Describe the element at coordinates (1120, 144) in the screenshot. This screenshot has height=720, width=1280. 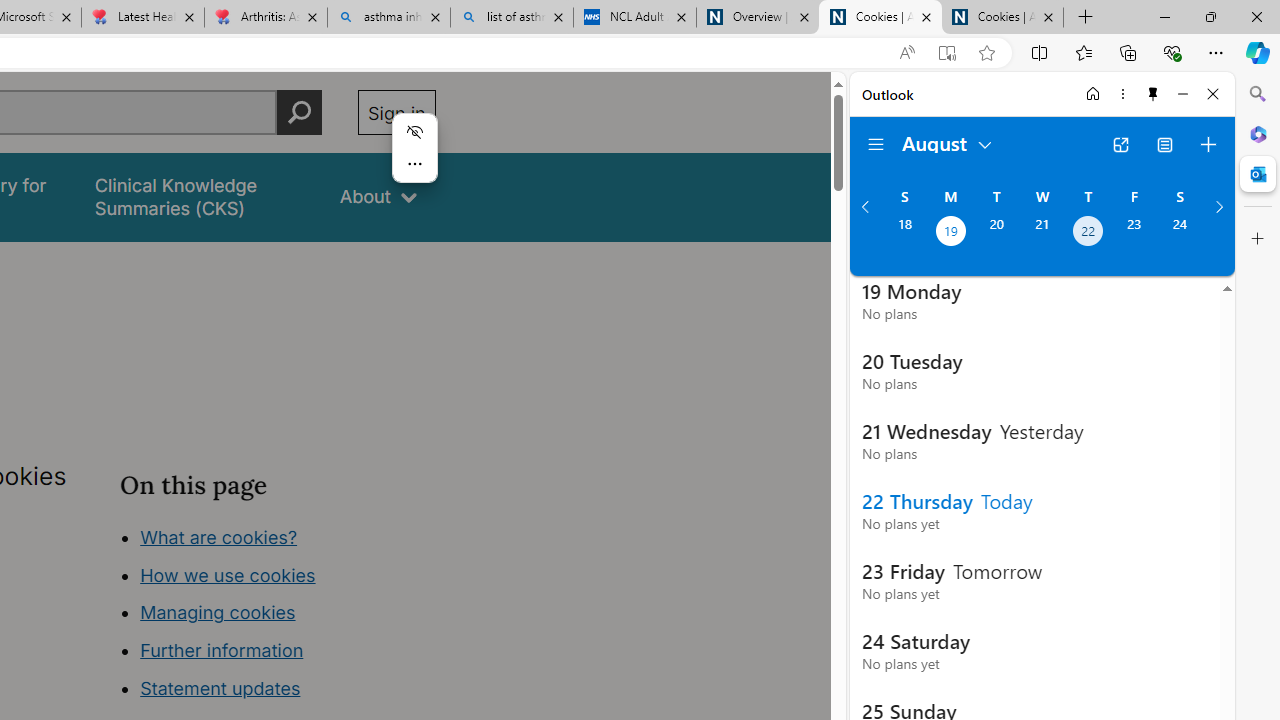
I see `'Open in new tab'` at that location.